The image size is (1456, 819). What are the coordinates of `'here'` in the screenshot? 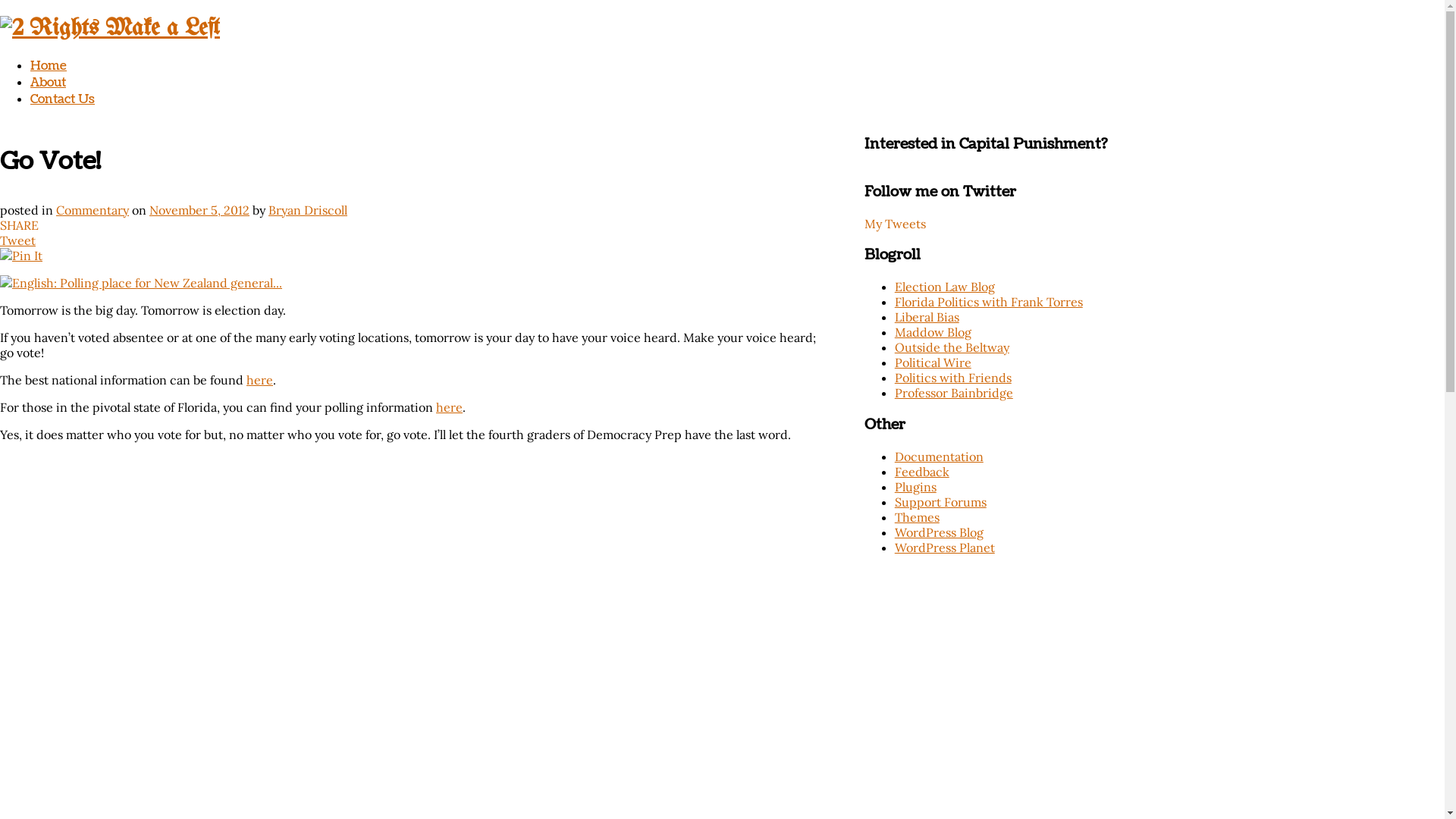 It's located at (448, 406).